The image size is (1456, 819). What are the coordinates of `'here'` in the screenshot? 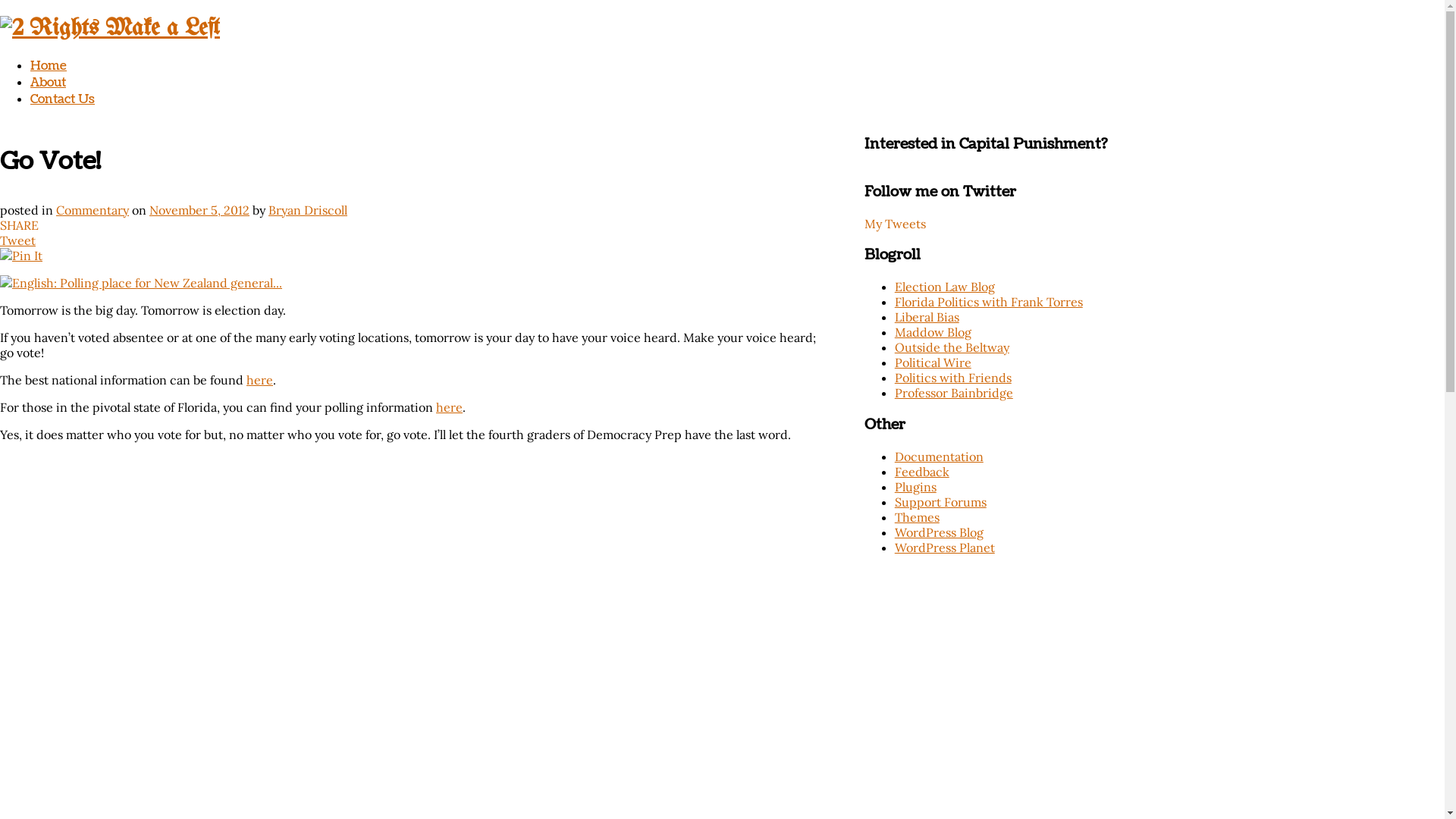 It's located at (448, 406).